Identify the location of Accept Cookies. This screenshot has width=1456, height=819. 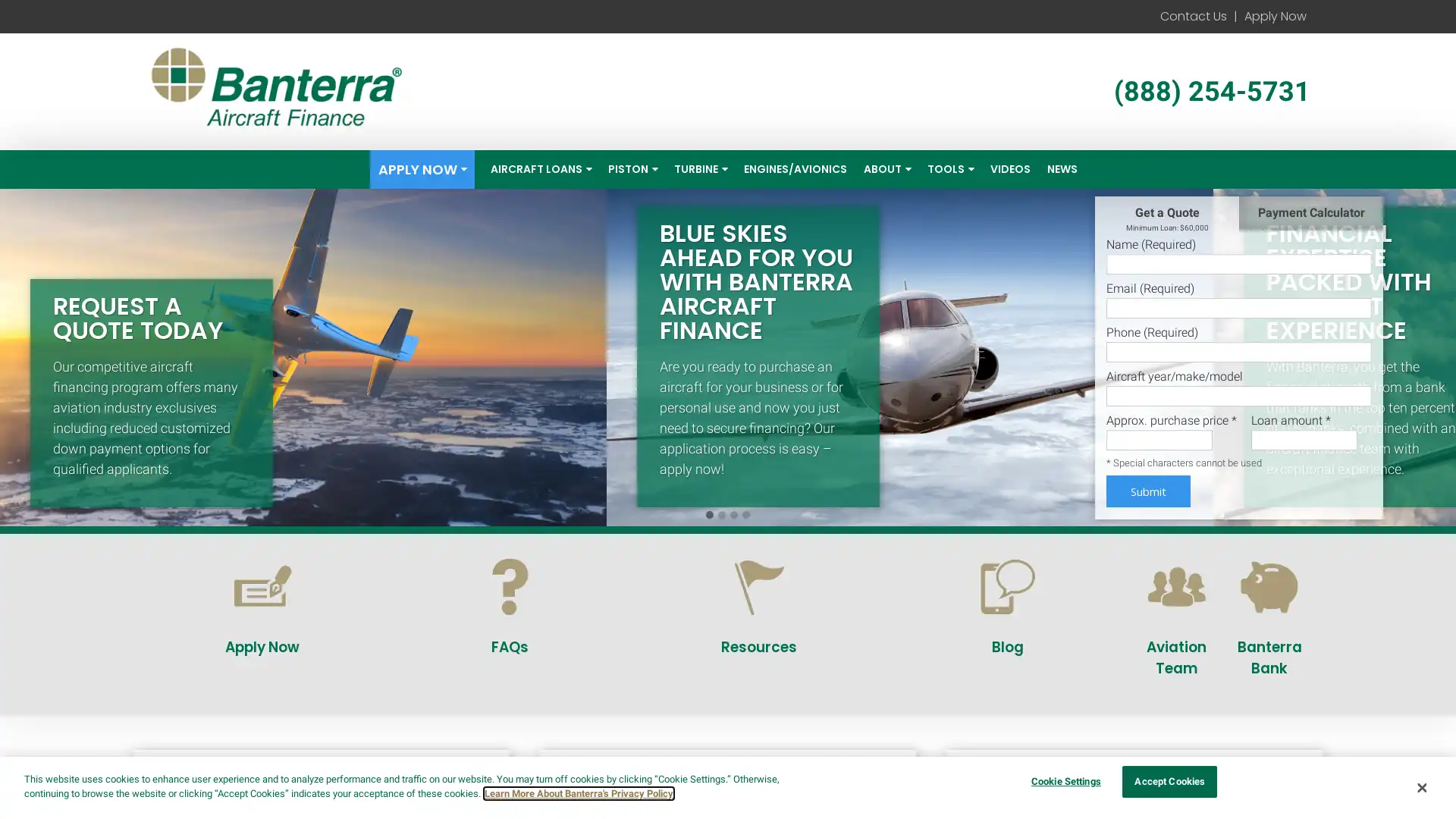
(1169, 786).